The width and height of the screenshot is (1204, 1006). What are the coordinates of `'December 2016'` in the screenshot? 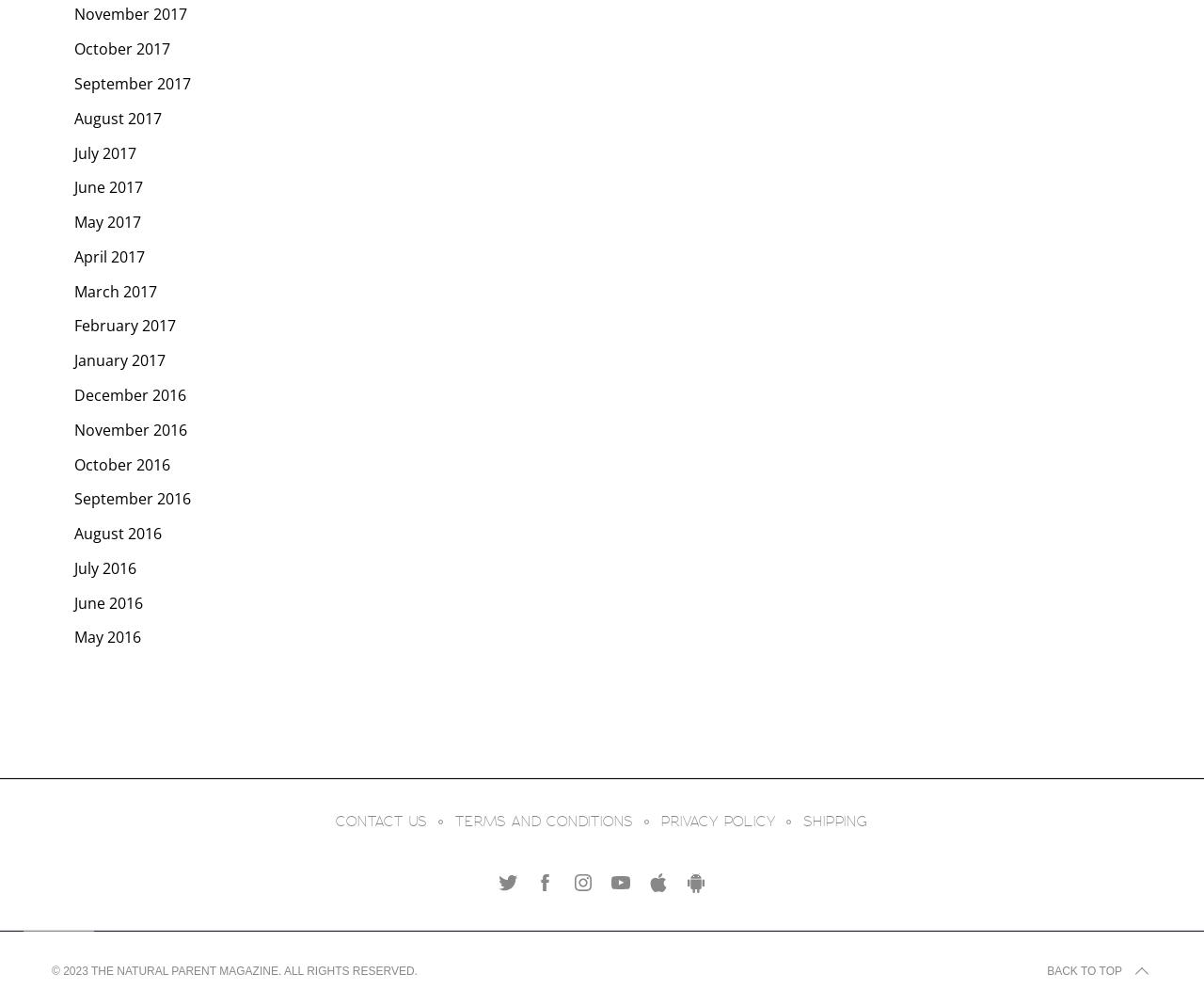 It's located at (129, 394).